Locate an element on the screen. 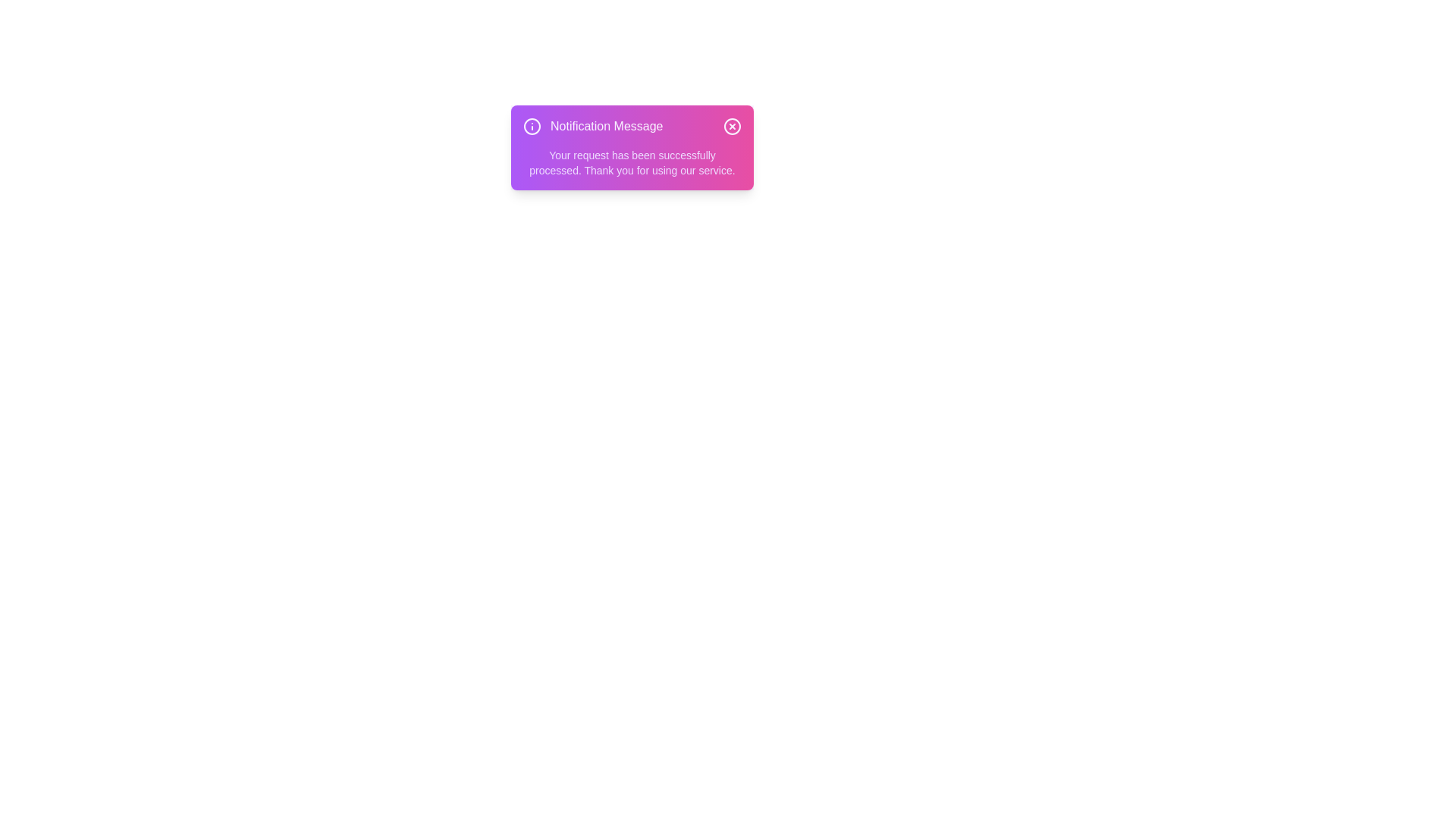 The image size is (1456, 819). the circular graphical icon located in the top-right corner of the notification card, which features a thin stroked outline and accompanies a cross symbol inside the circle is located at coordinates (732, 125).